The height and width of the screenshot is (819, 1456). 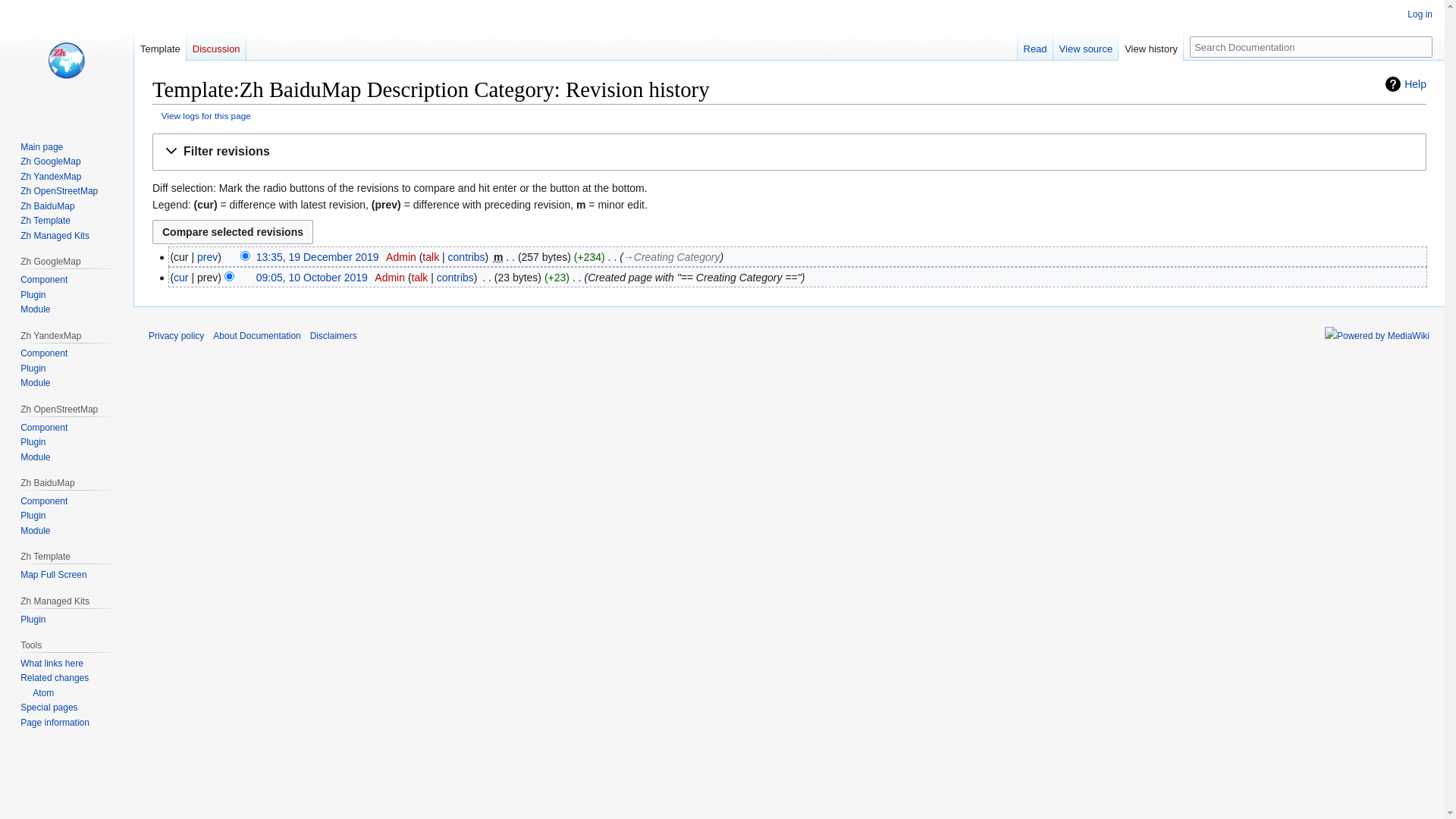 I want to click on 'Discussion', so click(x=215, y=45).